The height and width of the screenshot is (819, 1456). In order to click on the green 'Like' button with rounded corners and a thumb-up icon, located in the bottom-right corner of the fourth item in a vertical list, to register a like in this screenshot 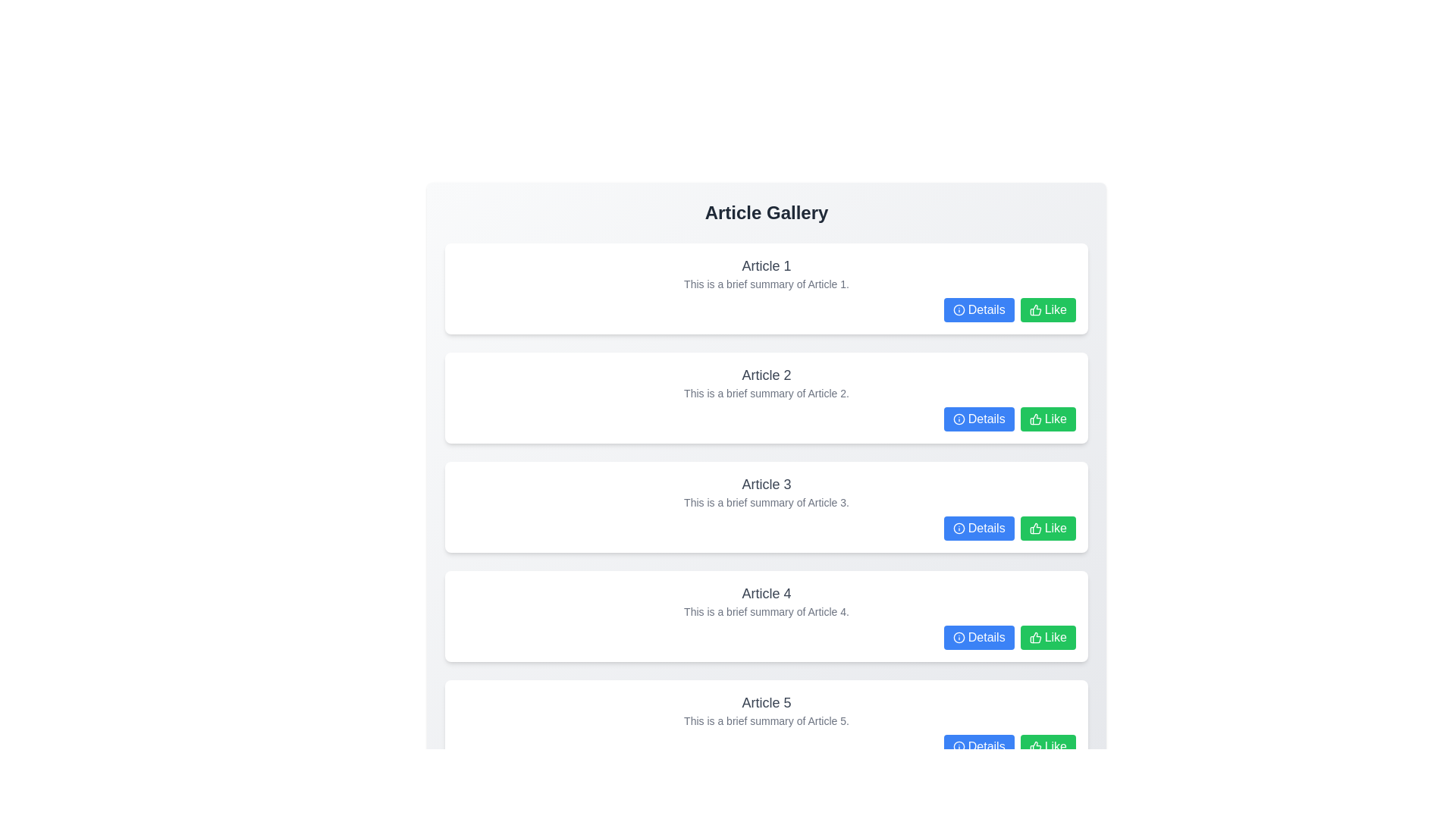, I will do `click(1047, 637)`.